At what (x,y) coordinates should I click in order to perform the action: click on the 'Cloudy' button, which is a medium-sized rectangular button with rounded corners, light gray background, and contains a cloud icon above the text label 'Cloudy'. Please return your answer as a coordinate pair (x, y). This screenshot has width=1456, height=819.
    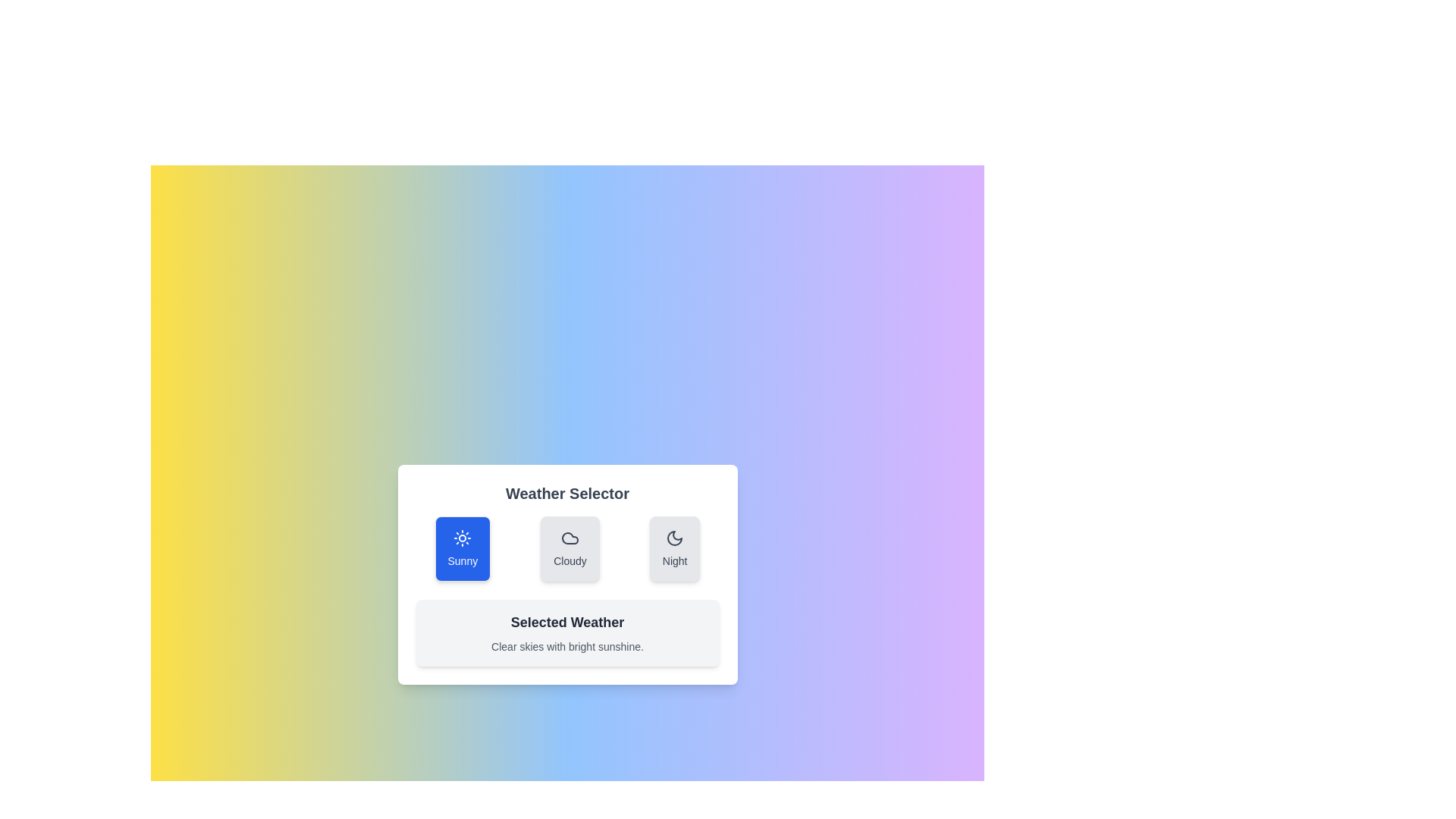
    Looking at the image, I should click on (570, 549).